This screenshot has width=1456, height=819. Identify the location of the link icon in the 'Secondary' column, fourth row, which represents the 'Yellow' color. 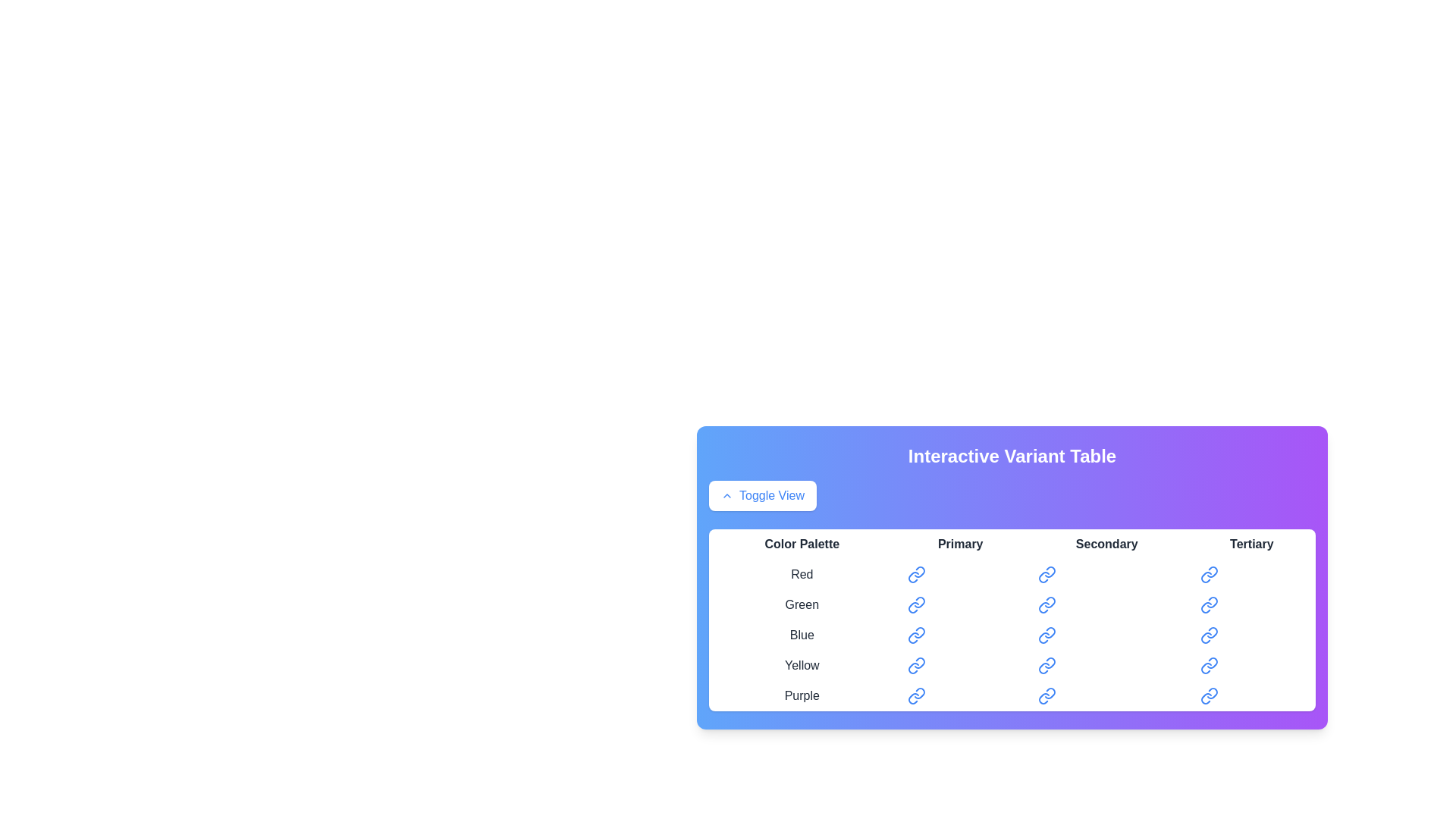
(1043, 667).